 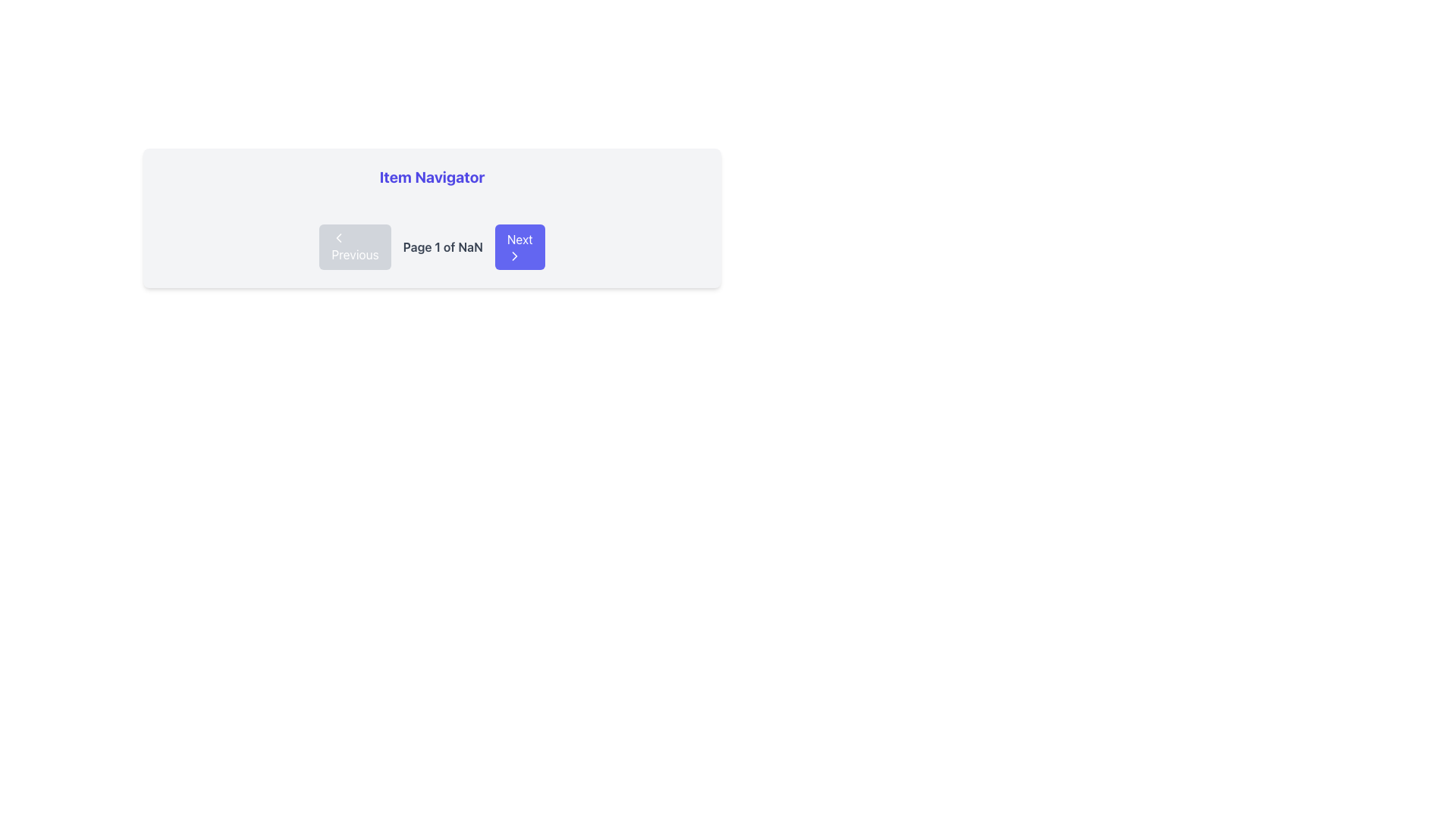 I want to click on the navigation button located to the right of the 'Page 1 of NaN' text label to proceed to the next page, so click(x=519, y=246).